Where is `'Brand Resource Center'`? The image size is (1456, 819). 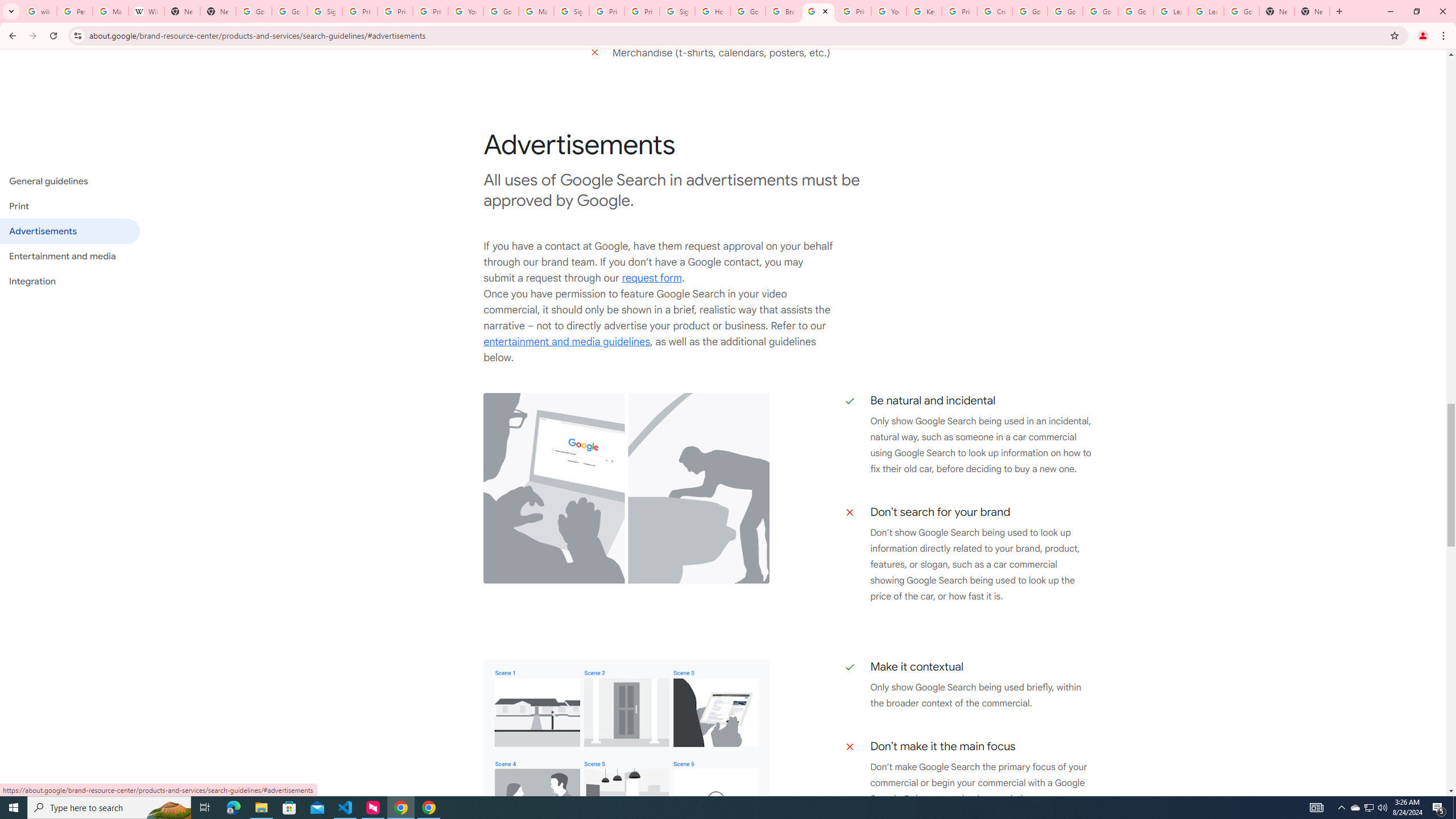
'Brand Resource Center' is located at coordinates (783, 11).